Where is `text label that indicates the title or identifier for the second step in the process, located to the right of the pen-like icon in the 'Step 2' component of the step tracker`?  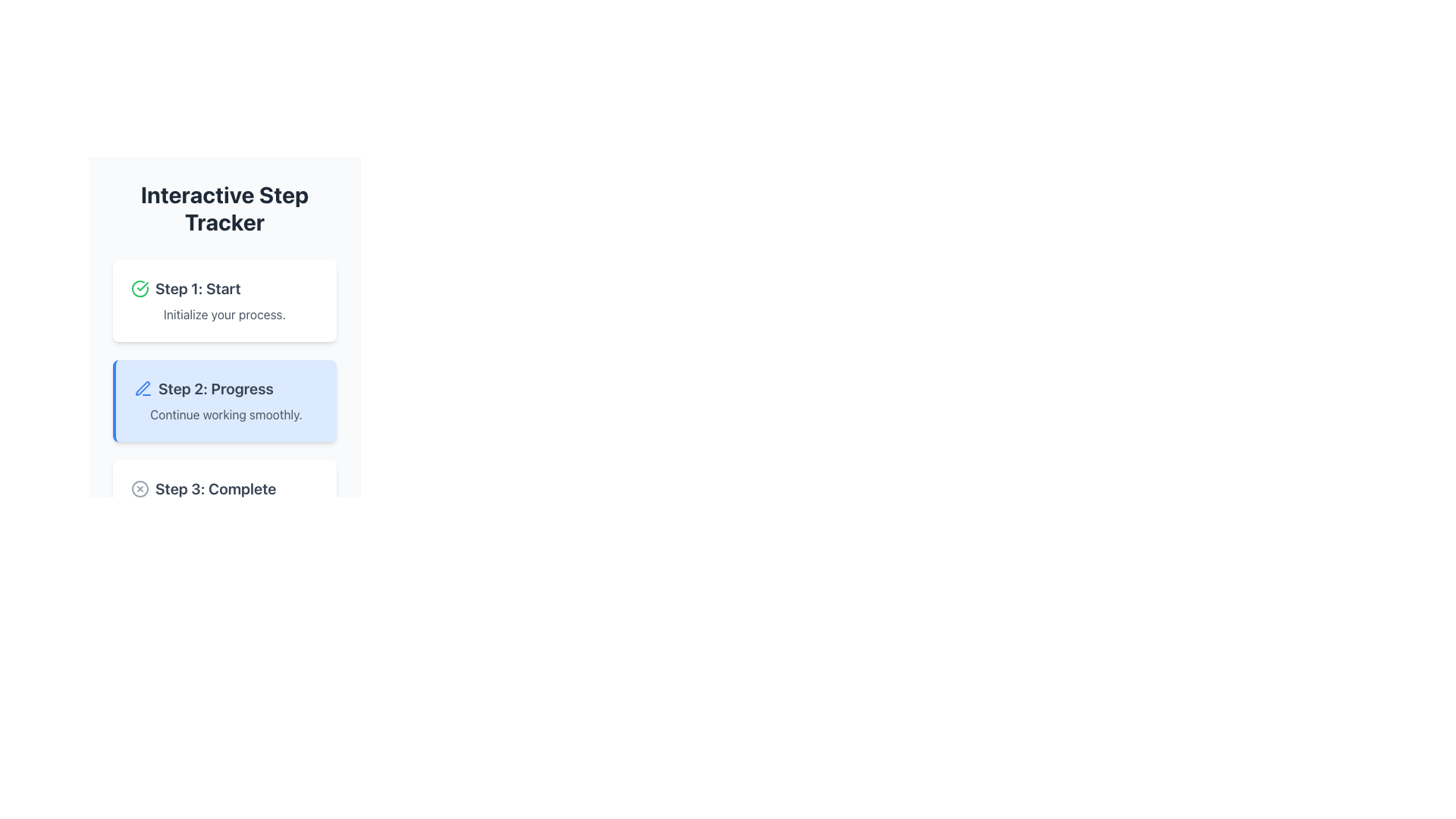
text label that indicates the title or identifier for the second step in the process, located to the right of the pen-like icon in the 'Step 2' component of the step tracker is located at coordinates (215, 388).